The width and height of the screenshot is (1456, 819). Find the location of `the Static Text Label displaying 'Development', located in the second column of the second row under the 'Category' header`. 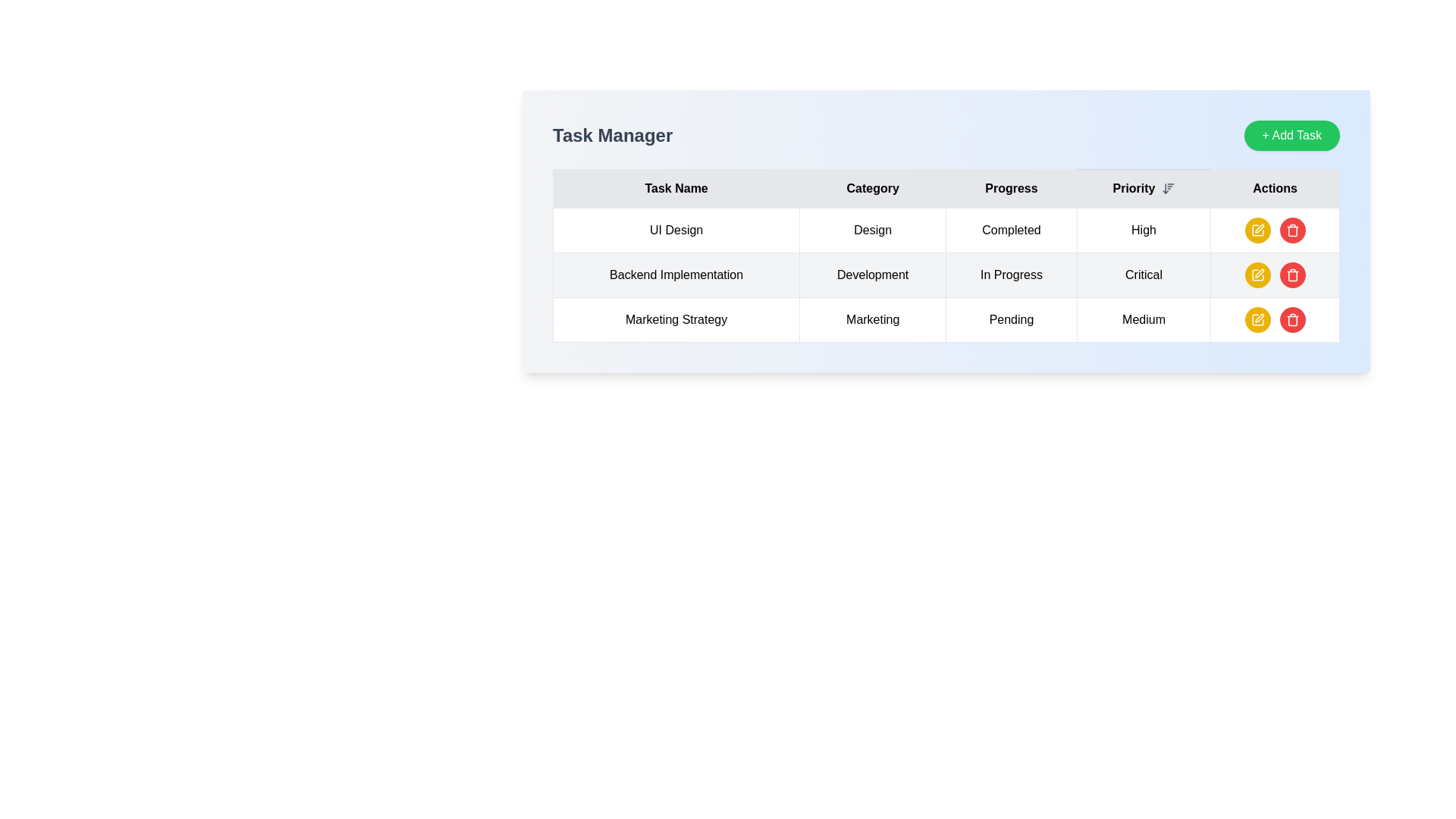

the Static Text Label displaying 'Development', located in the second column of the second row under the 'Category' header is located at coordinates (873, 275).